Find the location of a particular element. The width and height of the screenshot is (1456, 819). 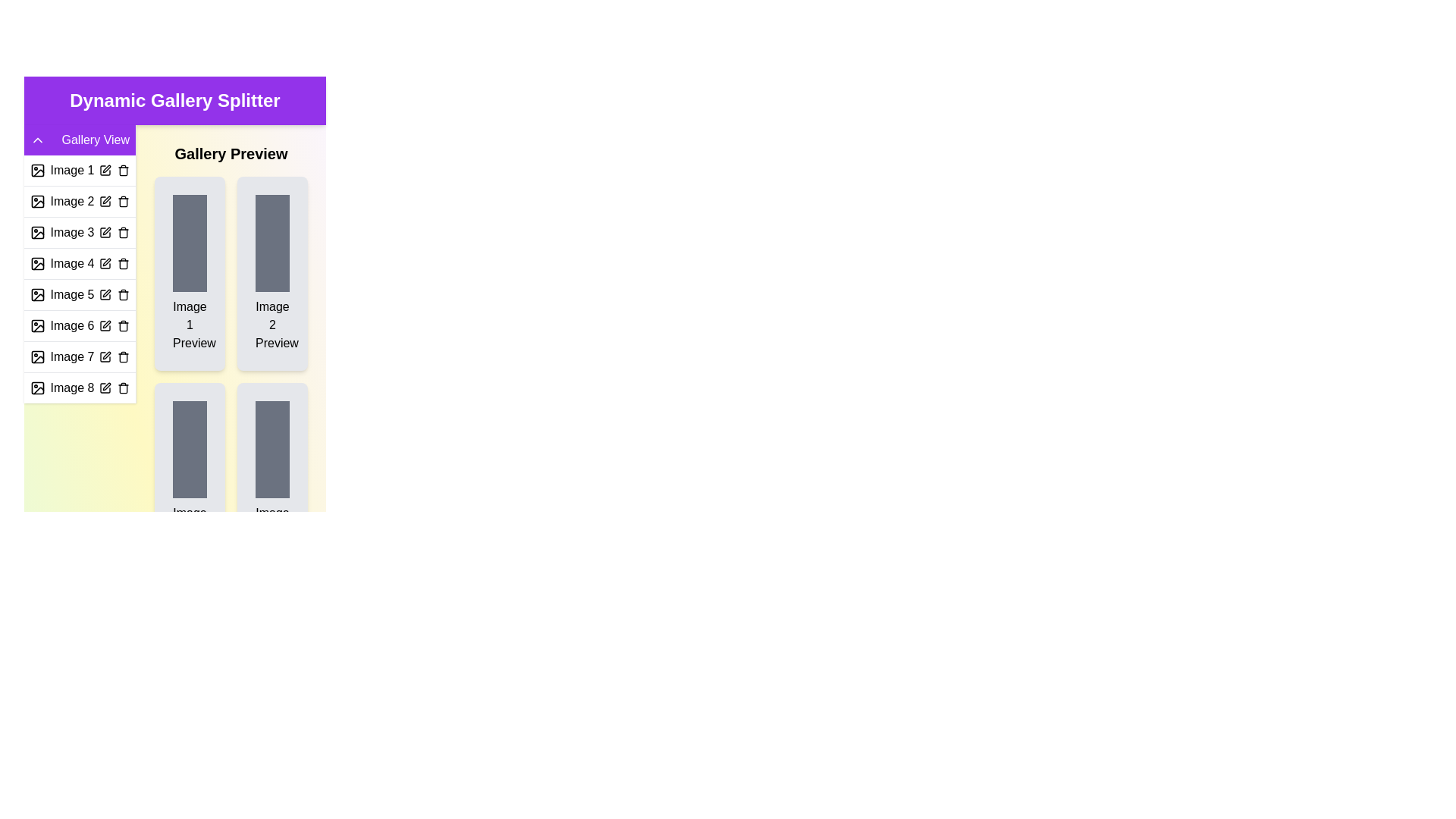

the icon resembling a classic image representation located at the top left of its bounding area in the 'Gallery View' section is located at coordinates (37, 295).